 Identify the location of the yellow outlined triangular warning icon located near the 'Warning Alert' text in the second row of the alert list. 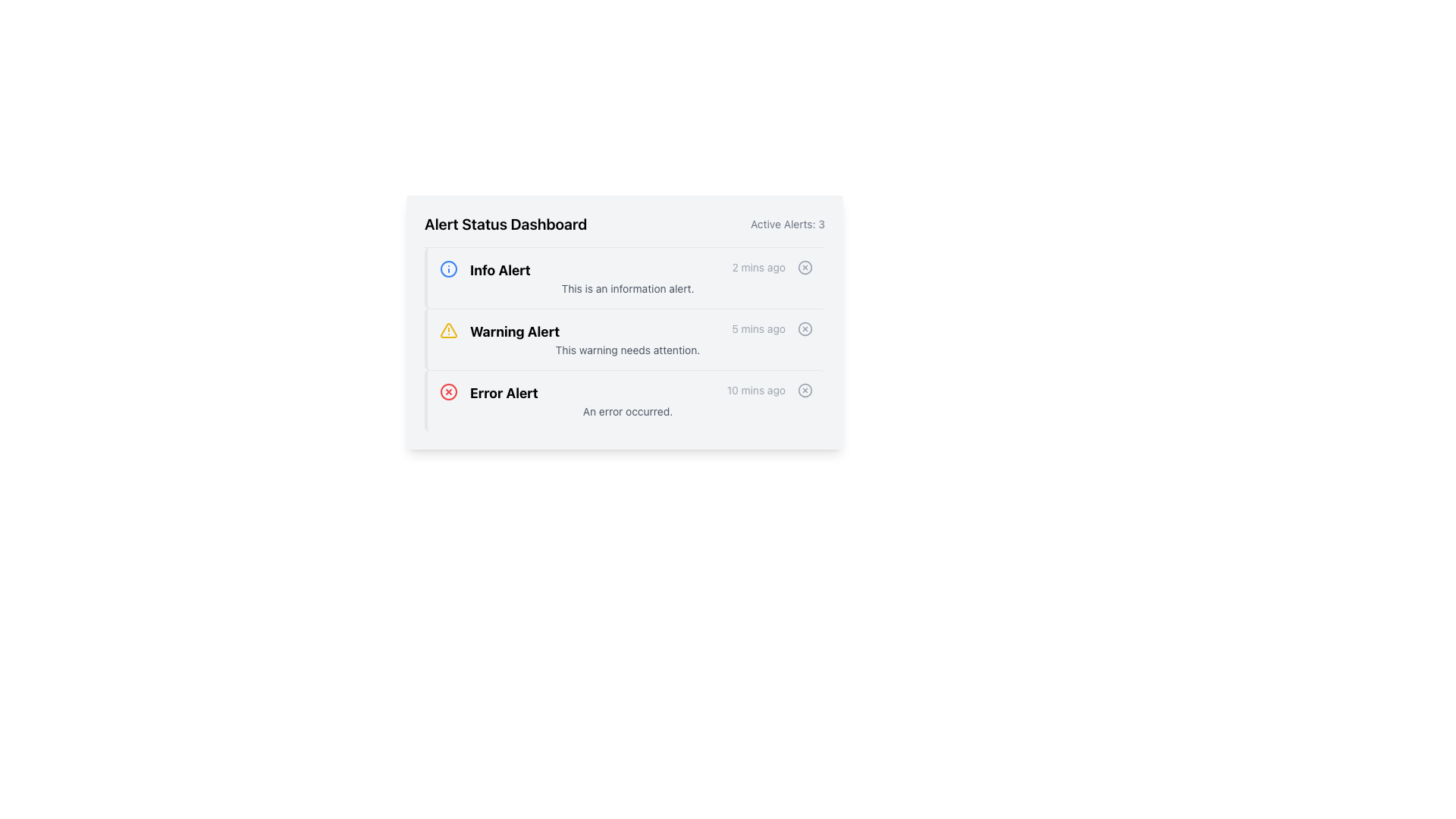
(447, 329).